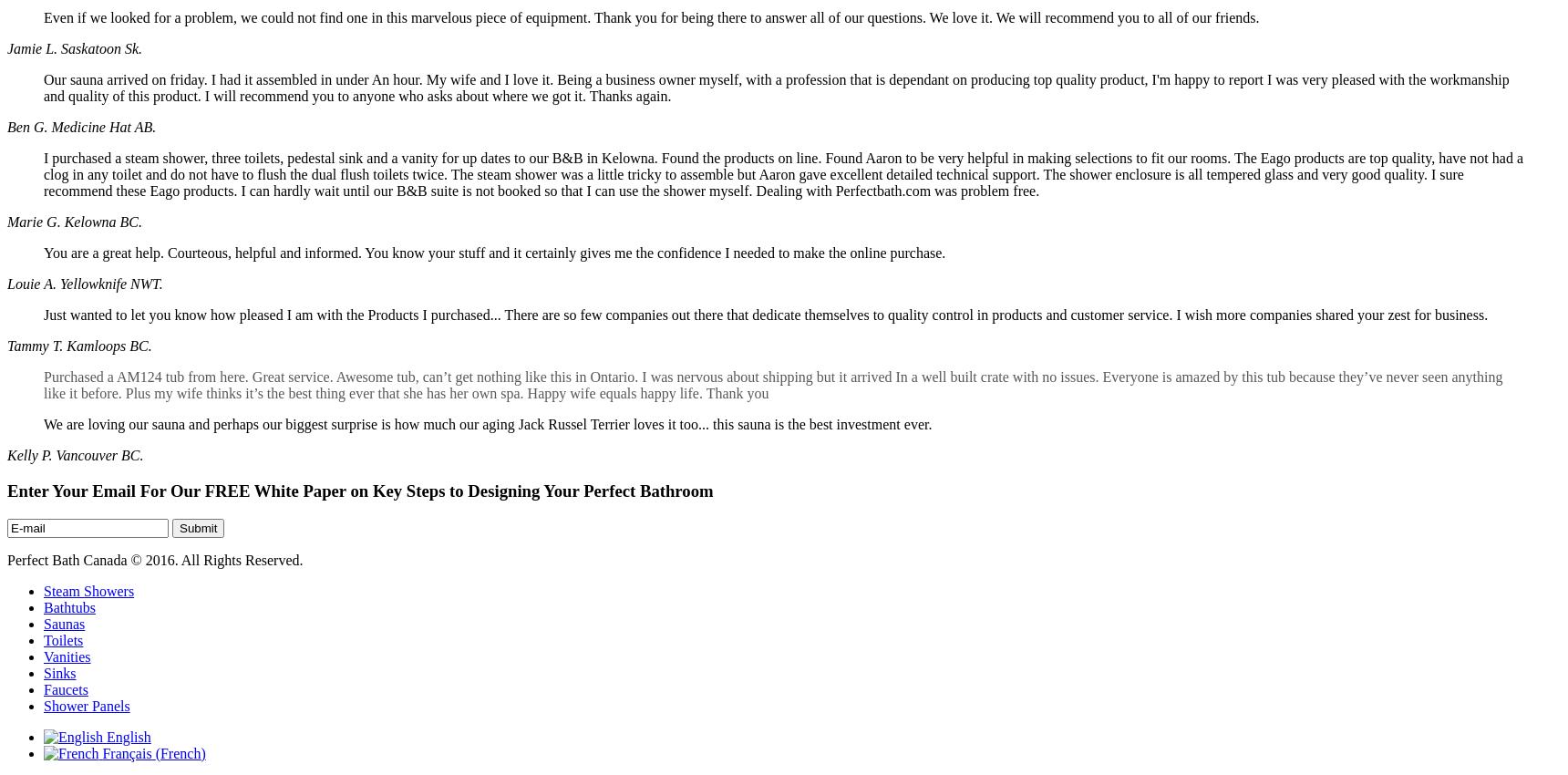 This screenshot has height=775, width=1568. Describe the element at coordinates (772, 385) in the screenshot. I see `'Purchased a AM124 tub from here. Great service. Awesome tub, can’t get nothing like this in Ontario. I was nervous about shipping but it arrived In a well built crate with no issues. Everyone is amazed by this tub because they’ve never seen anything like it before. Plus my wife thinks it’s the best thing ever that she has her own spa. Happy wife equals happy life. Thank you'` at that location.